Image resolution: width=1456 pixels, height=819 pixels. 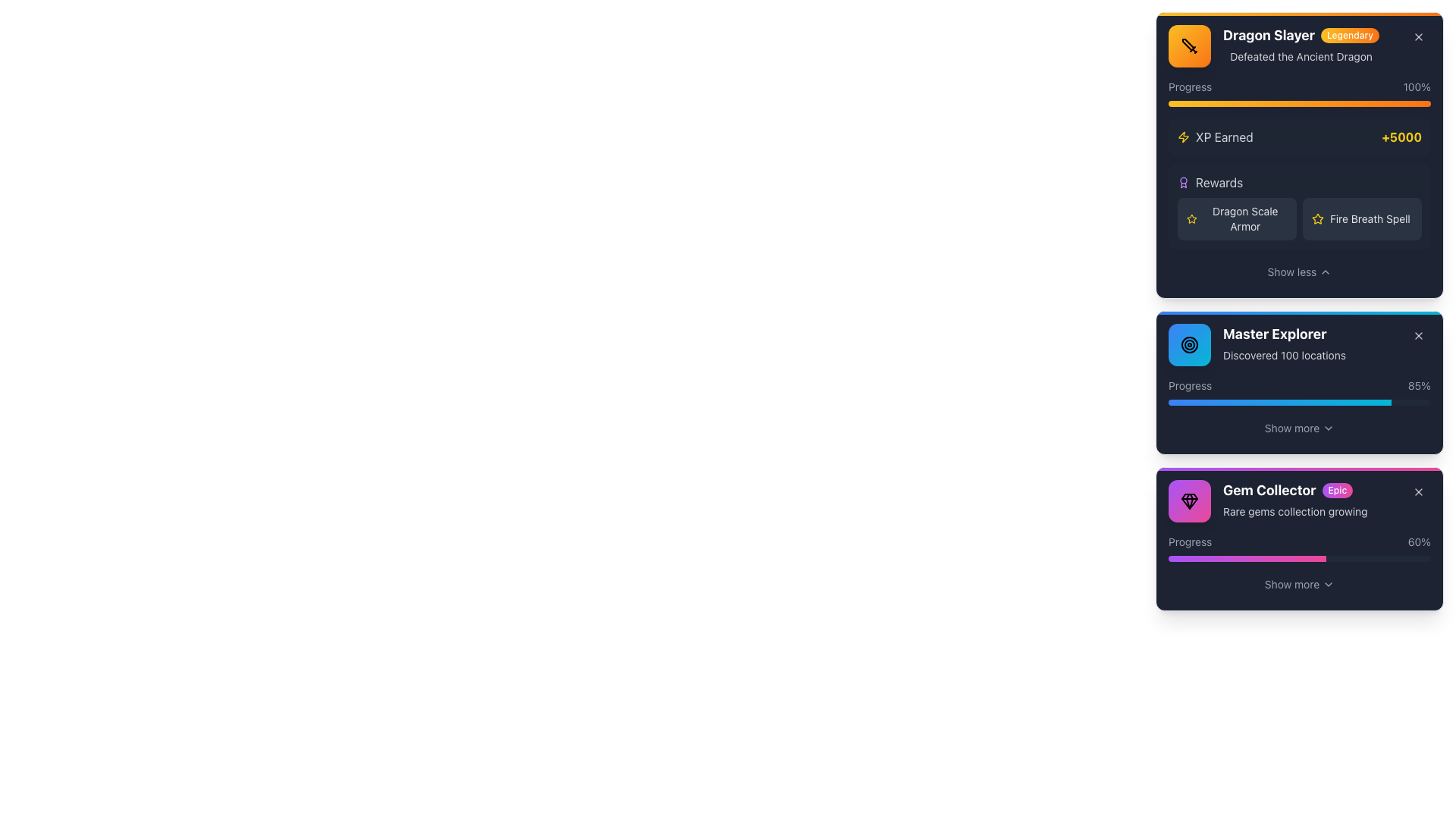 What do you see at coordinates (1298, 428) in the screenshot?
I see `the 'Show more' button located at the bottom of the 'Master Explorer' card` at bounding box center [1298, 428].